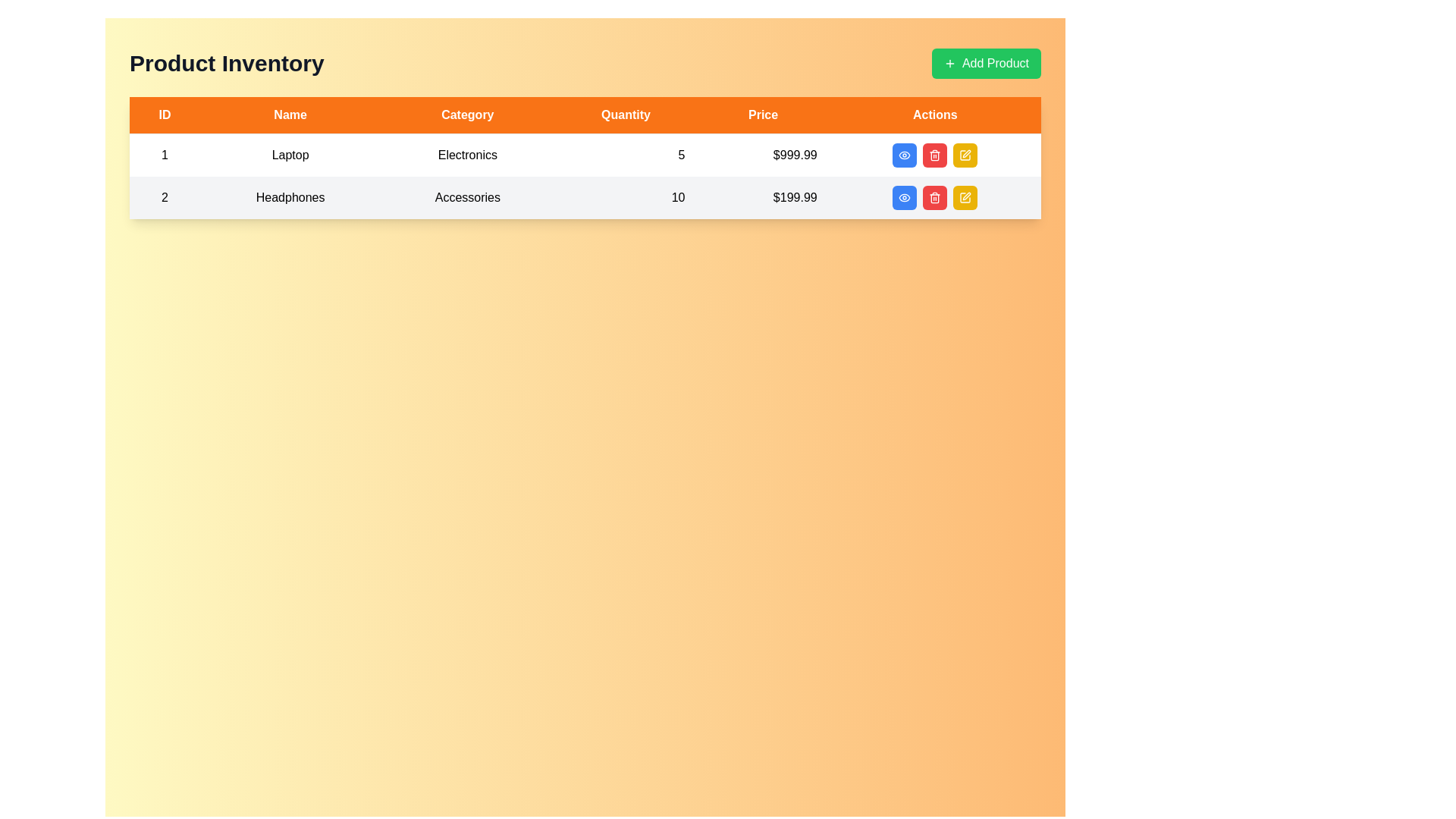  What do you see at coordinates (934, 155) in the screenshot?
I see `the small, rounded red button with a trash bin icon in the 'Actions' section of the second row to observe the hover effect` at bounding box center [934, 155].